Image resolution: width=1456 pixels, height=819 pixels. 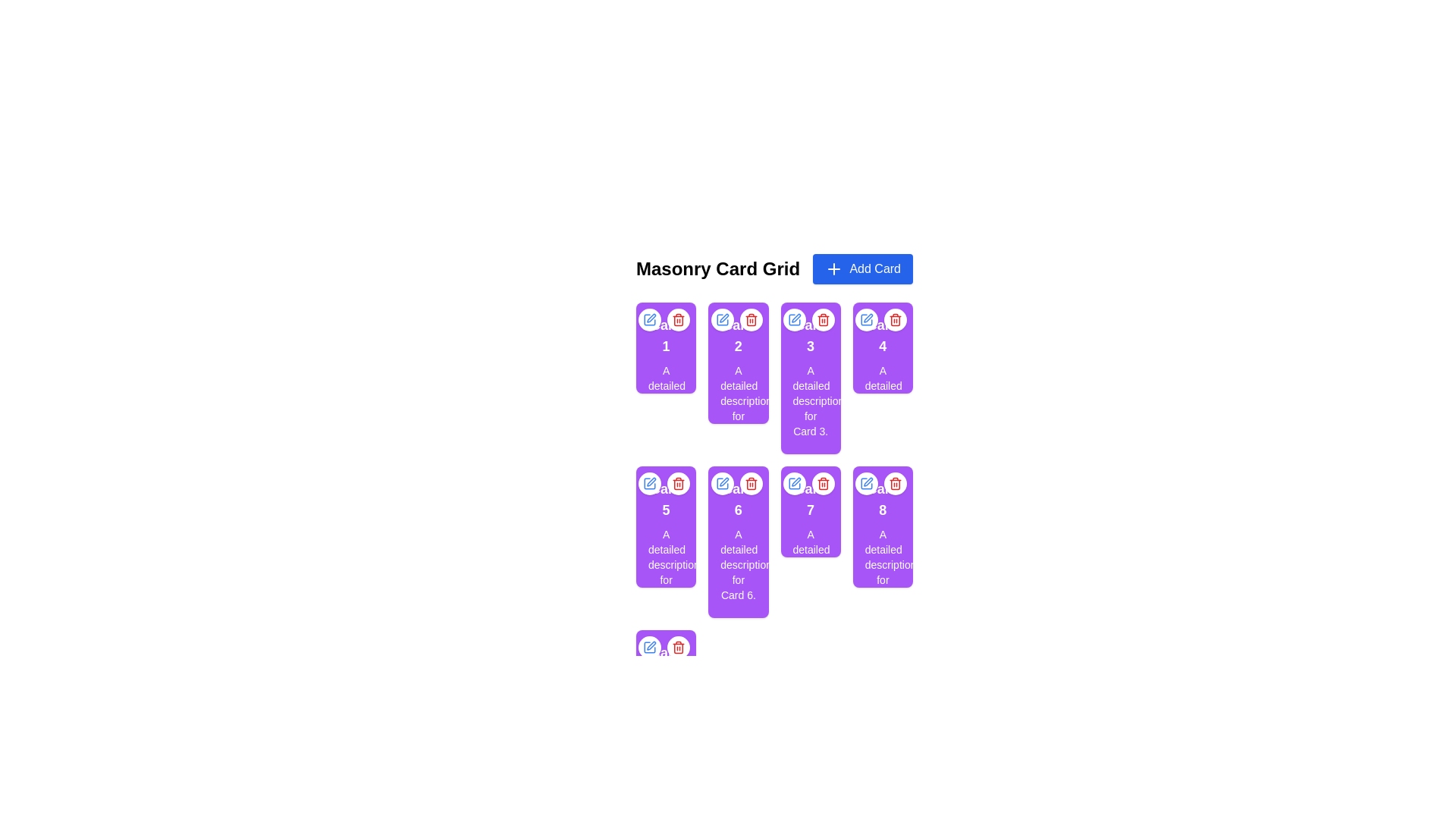 What do you see at coordinates (678, 483) in the screenshot?
I see `the delete icon button located in the top-right corner of the card` at bounding box center [678, 483].